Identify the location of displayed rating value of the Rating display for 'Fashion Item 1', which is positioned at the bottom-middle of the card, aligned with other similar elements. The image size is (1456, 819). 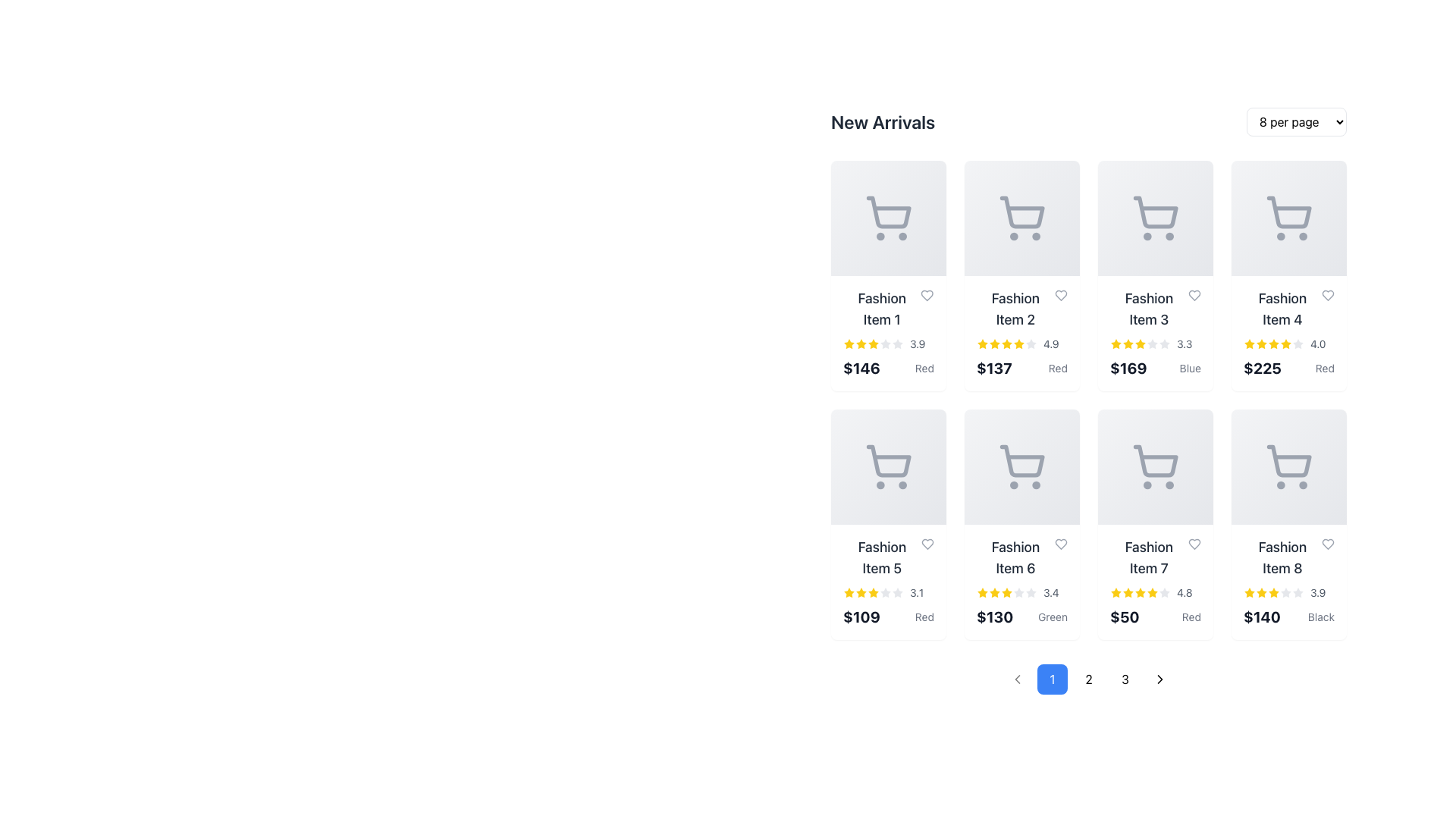
(888, 344).